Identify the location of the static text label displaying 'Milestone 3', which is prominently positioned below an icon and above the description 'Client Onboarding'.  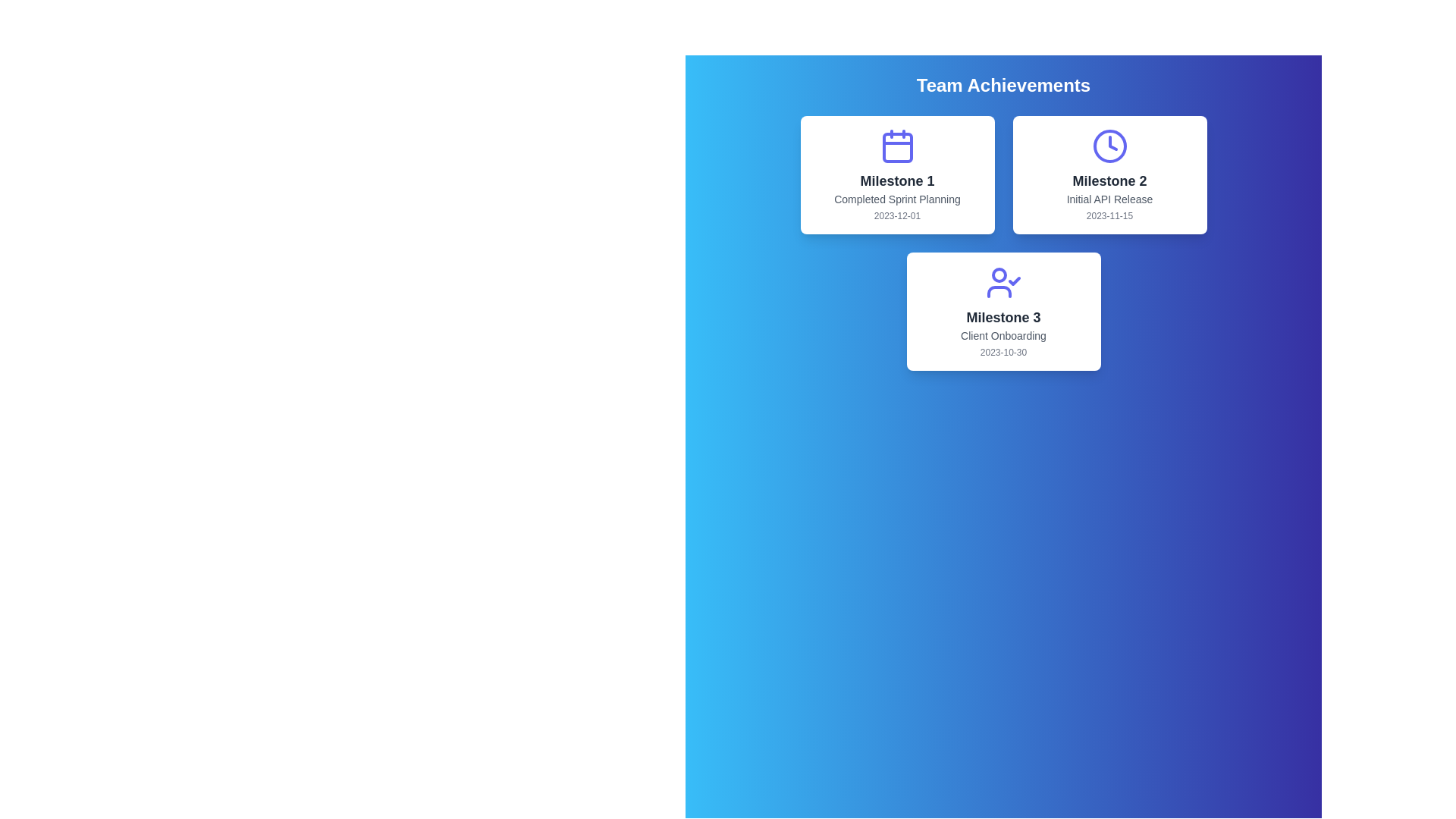
(1003, 317).